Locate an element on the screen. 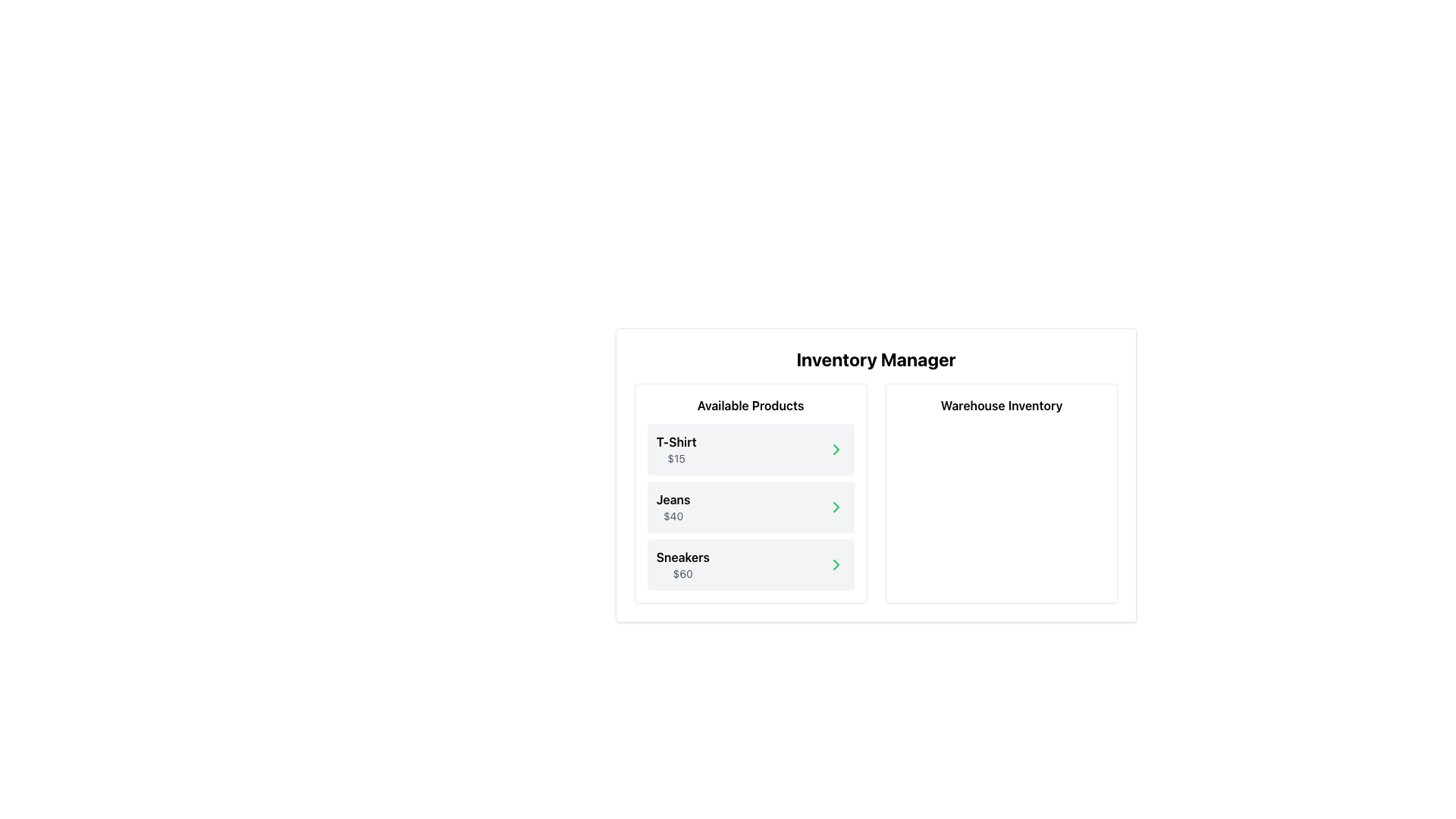  product name and price displayed in the topmost entry of the 'Available Products' section, which is part of the inventory management interface is located at coordinates (676, 449).